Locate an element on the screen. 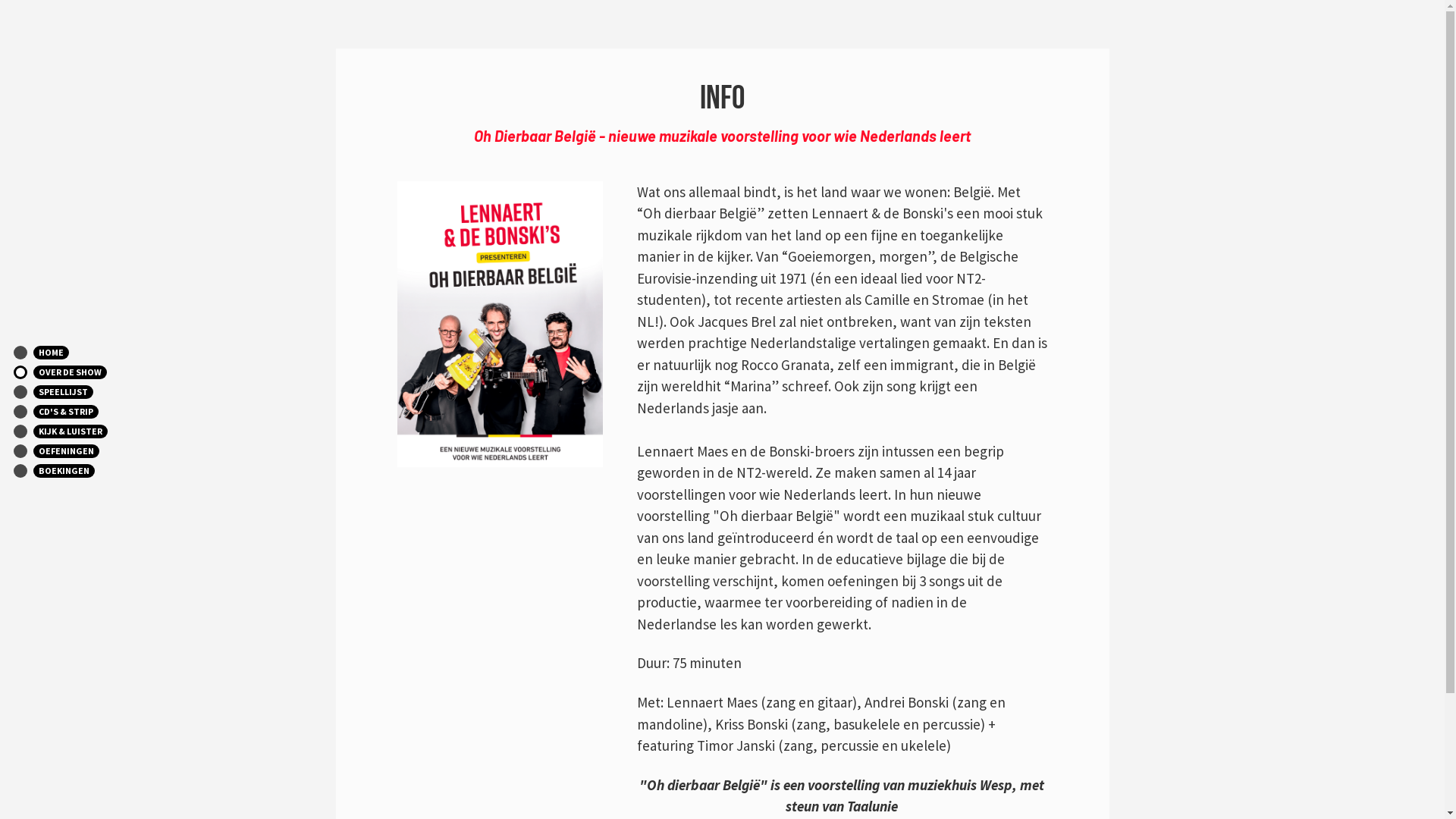 Image resolution: width=1456 pixels, height=819 pixels. 'SPEELLIJST' is located at coordinates (82, 391).